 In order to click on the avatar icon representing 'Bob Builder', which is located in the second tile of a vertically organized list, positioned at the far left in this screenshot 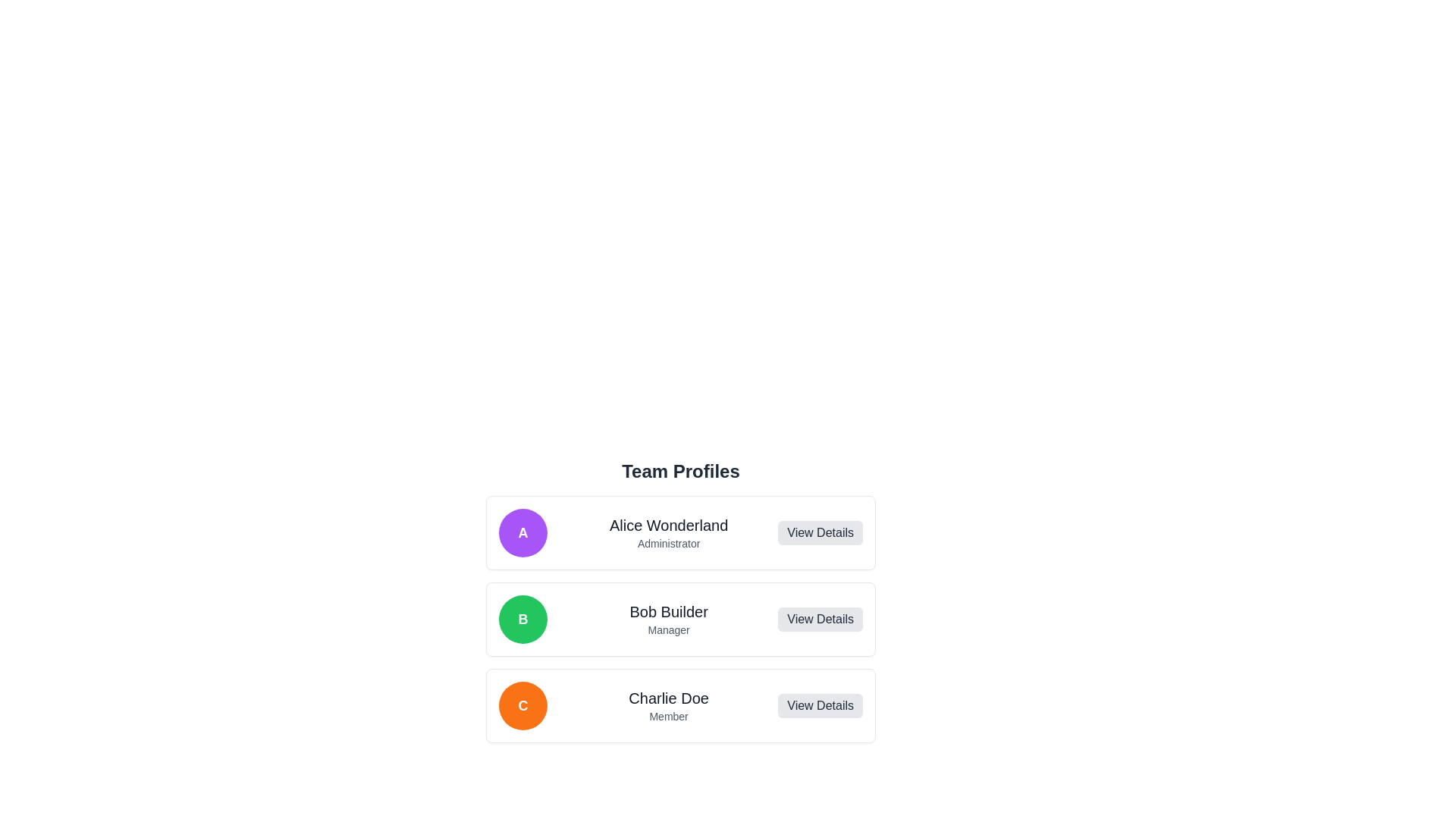, I will do `click(523, 620)`.